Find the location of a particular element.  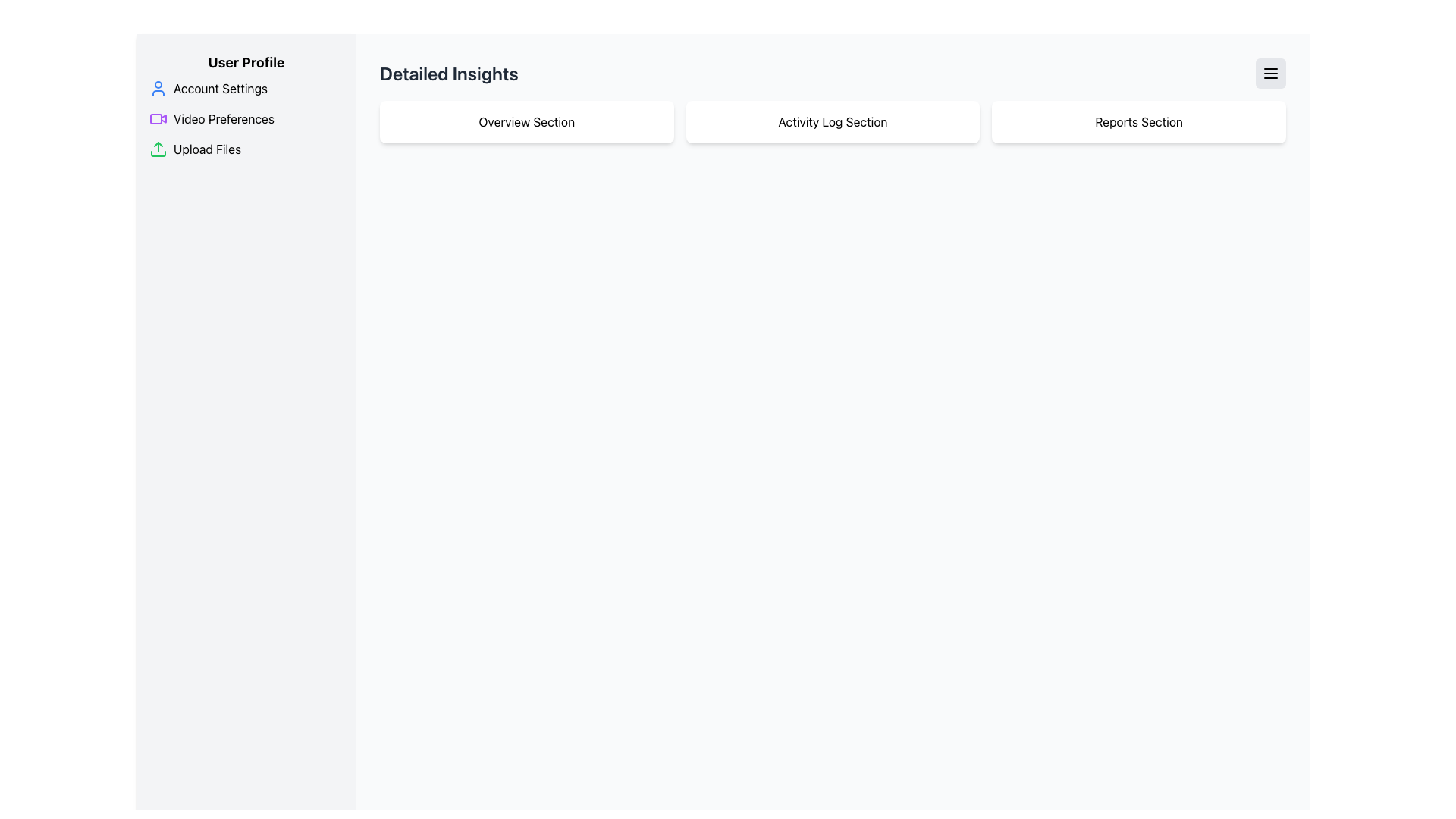

the 'Video Preferences' menu item, which is a text label accompanied by a purple video camera icon, located in the User Profile section is located at coordinates (246, 118).